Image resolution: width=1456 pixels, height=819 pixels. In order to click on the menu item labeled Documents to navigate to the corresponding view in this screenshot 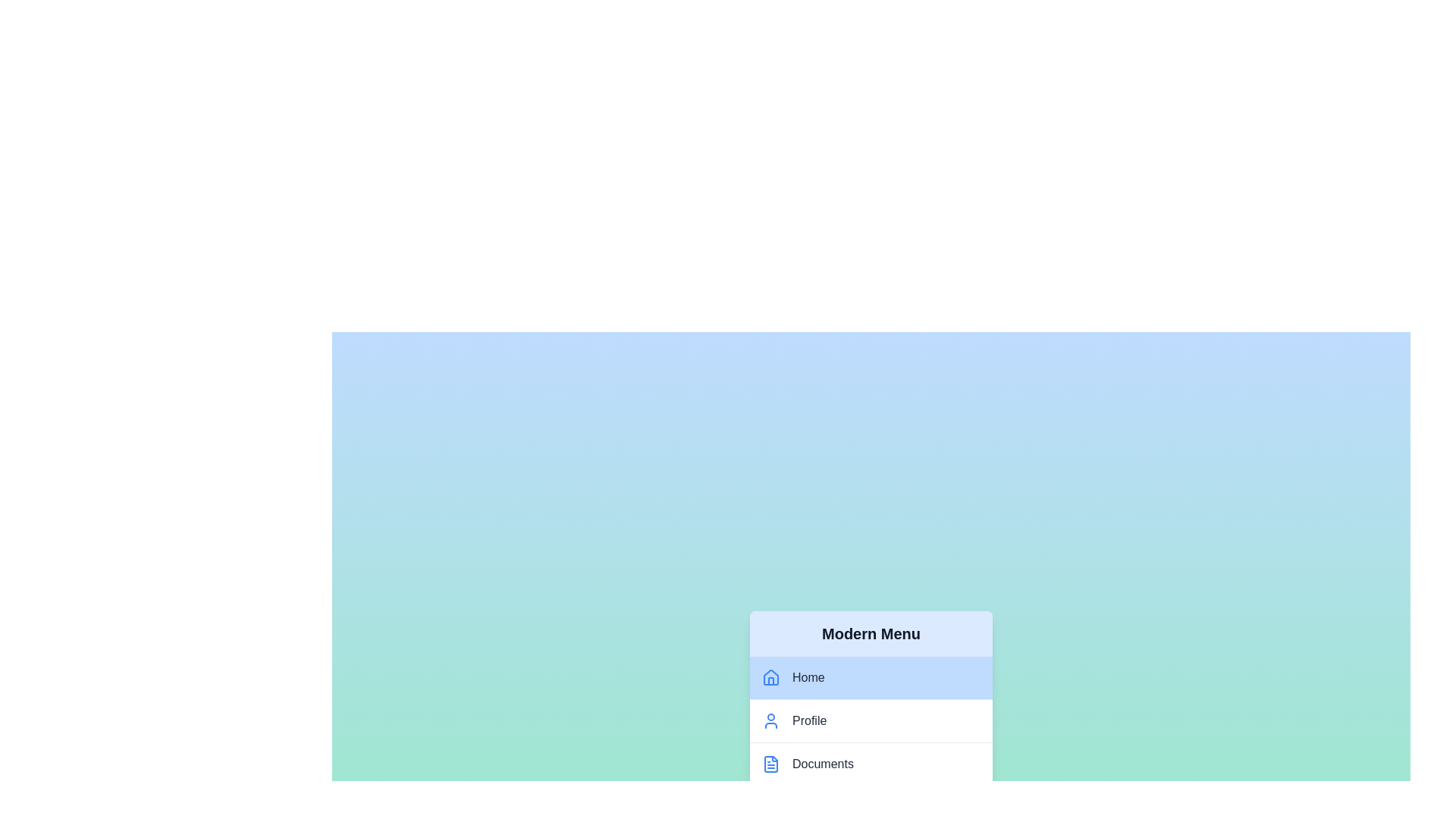, I will do `click(871, 764)`.